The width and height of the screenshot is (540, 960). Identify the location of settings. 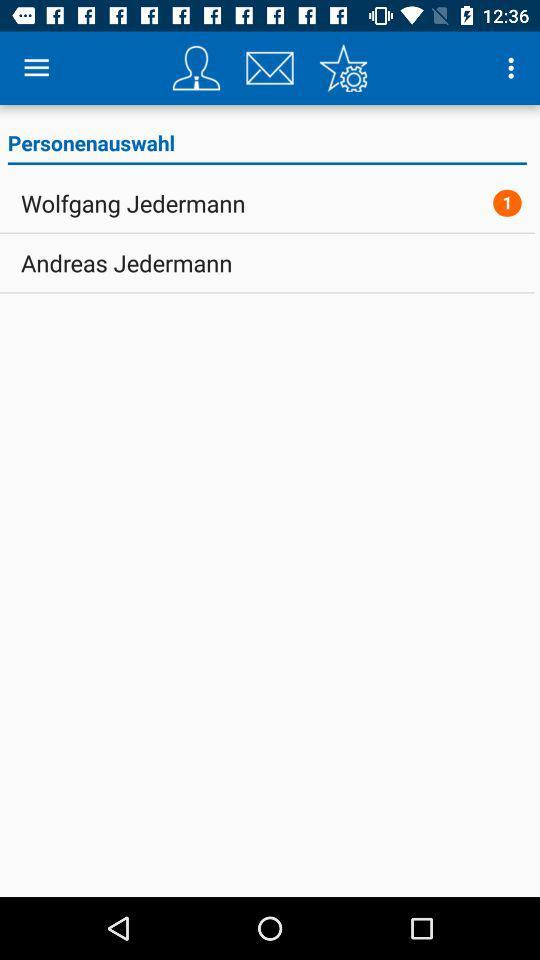
(342, 68).